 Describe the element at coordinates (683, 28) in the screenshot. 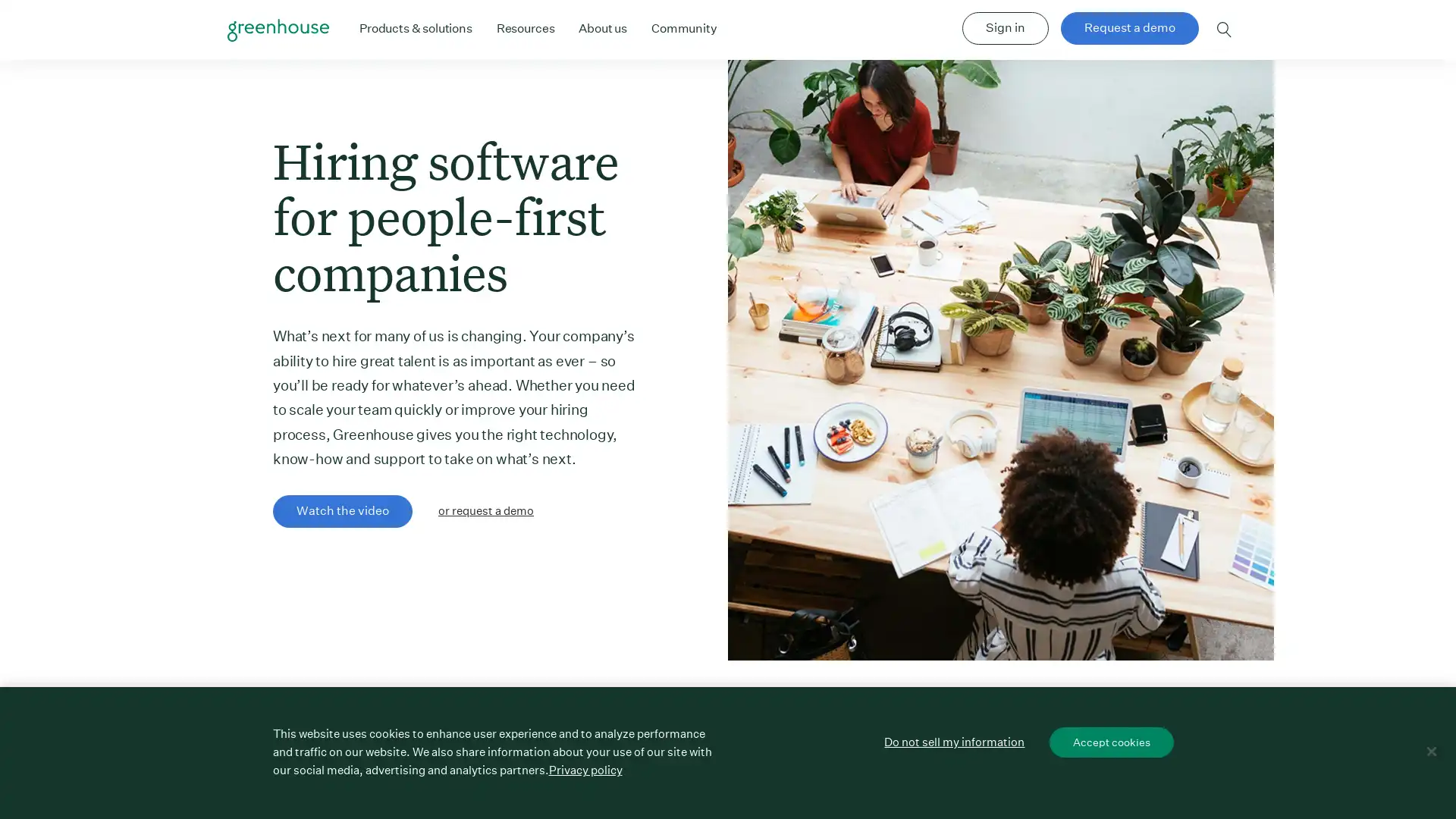

I see `Open menu for Community` at that location.